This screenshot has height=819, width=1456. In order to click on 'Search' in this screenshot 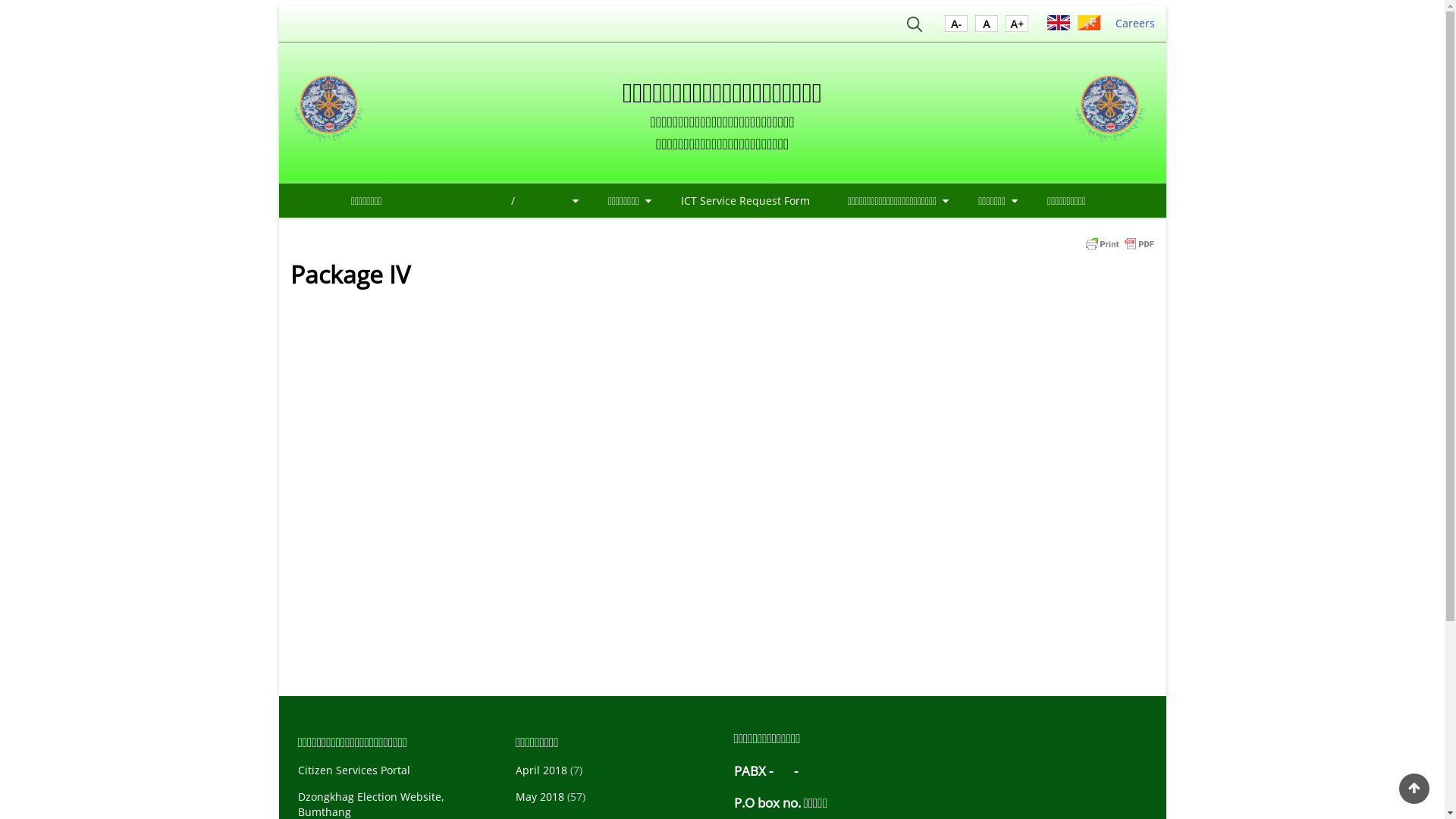, I will do `click(913, 27)`.